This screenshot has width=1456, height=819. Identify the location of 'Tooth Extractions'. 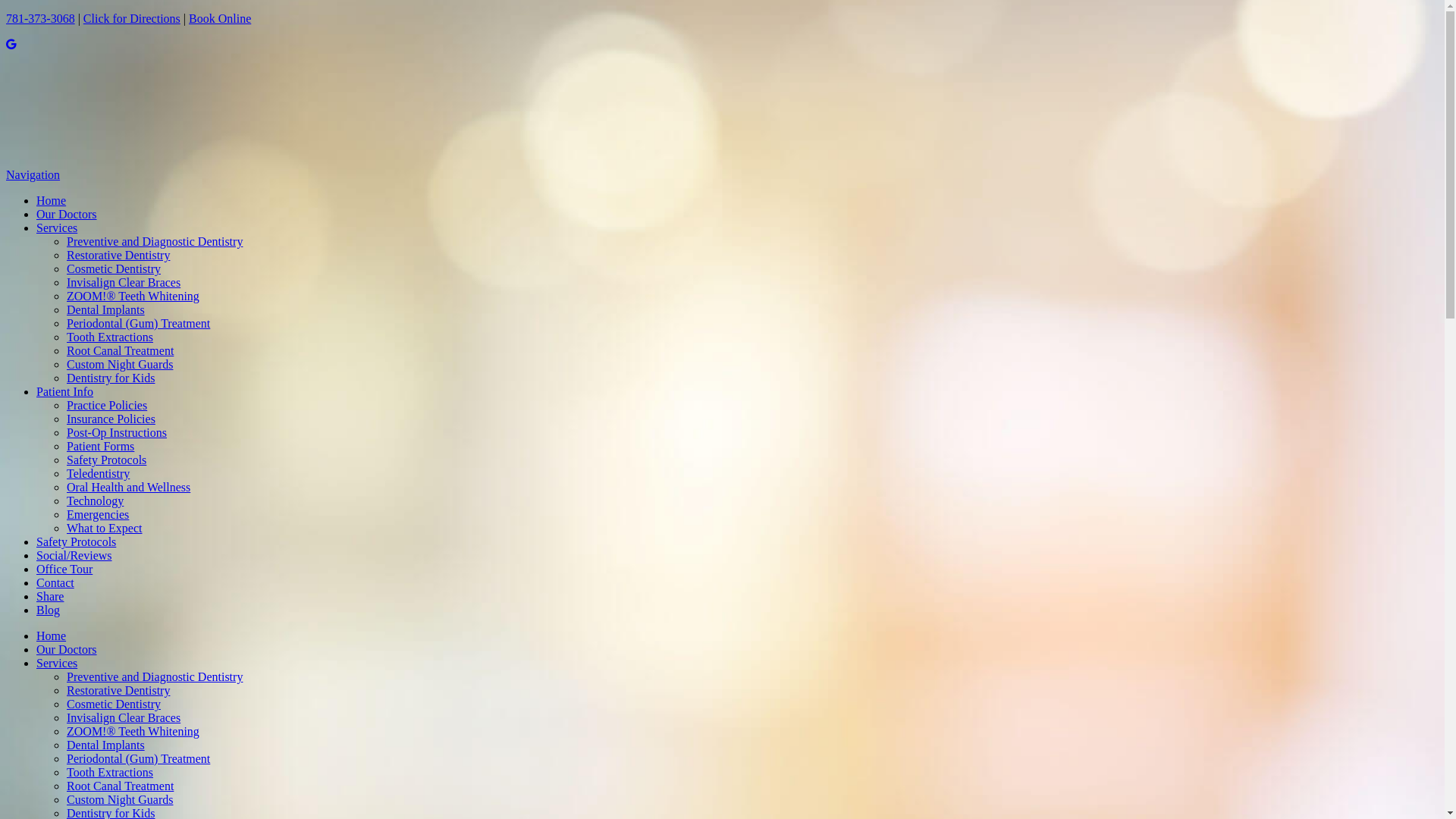
(108, 772).